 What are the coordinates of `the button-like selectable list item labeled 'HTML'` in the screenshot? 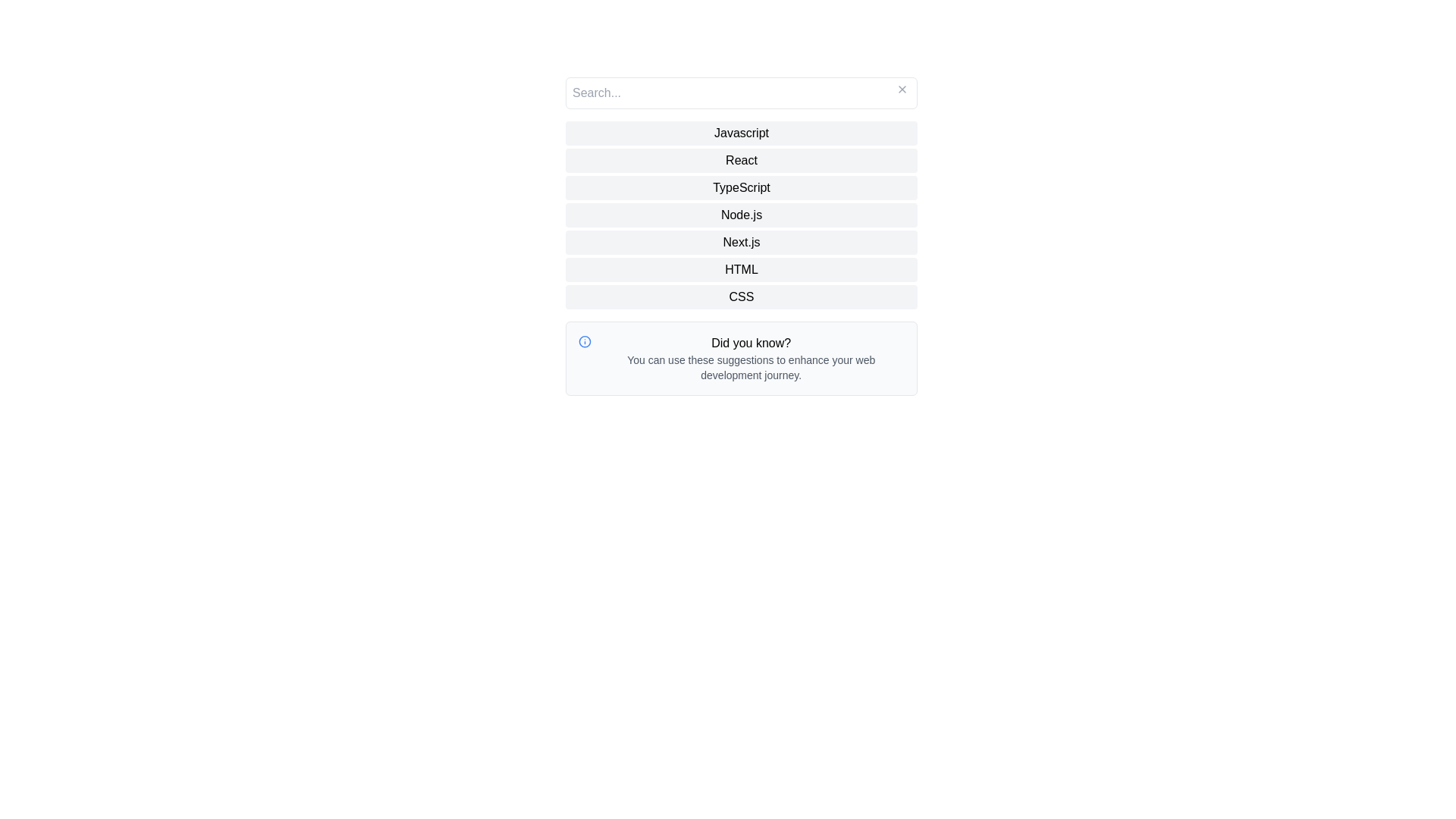 It's located at (742, 268).